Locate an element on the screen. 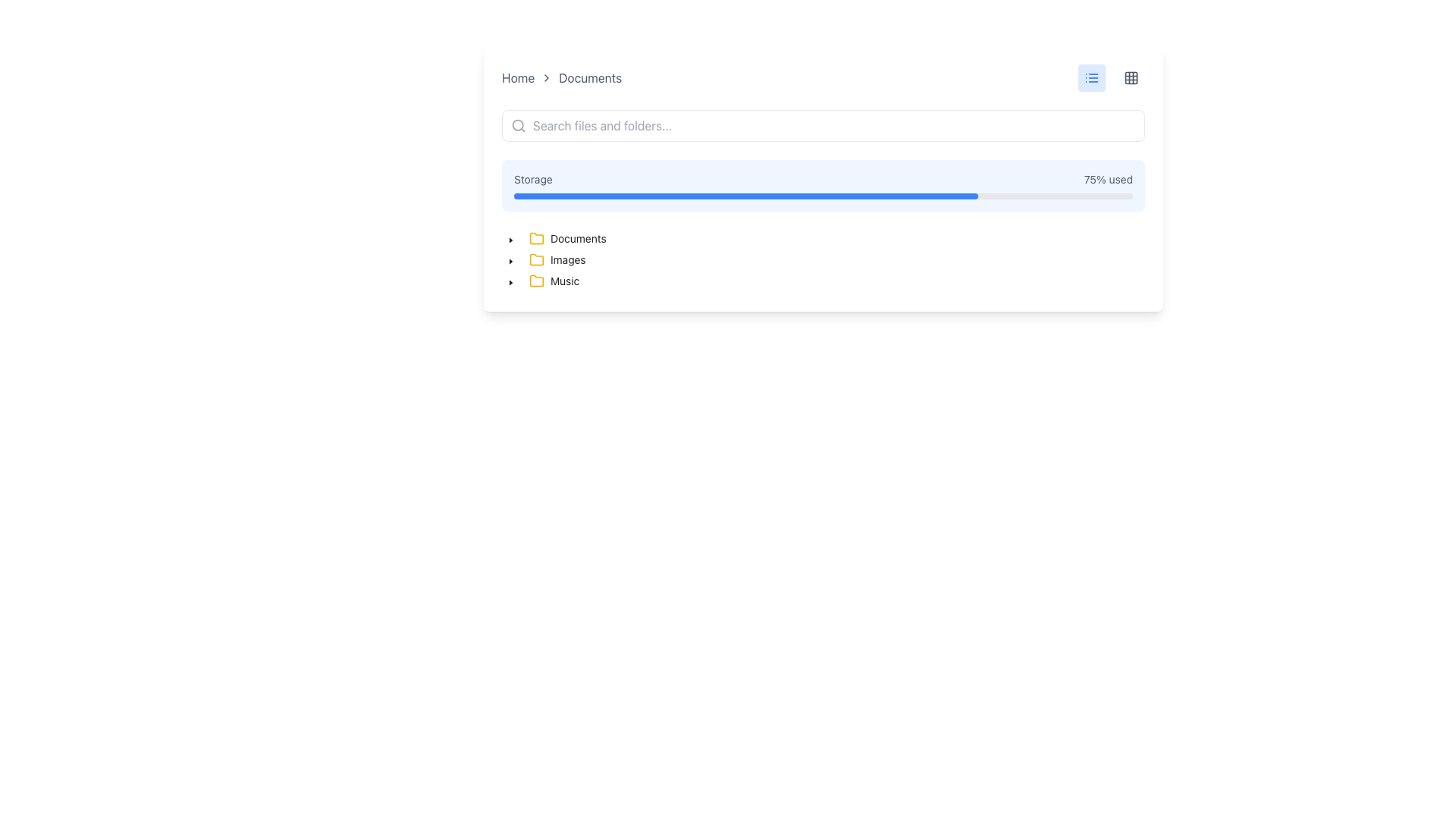 The image size is (1456, 819). the yellow folder icon located to the left of the 'Documents' text label is located at coordinates (537, 239).